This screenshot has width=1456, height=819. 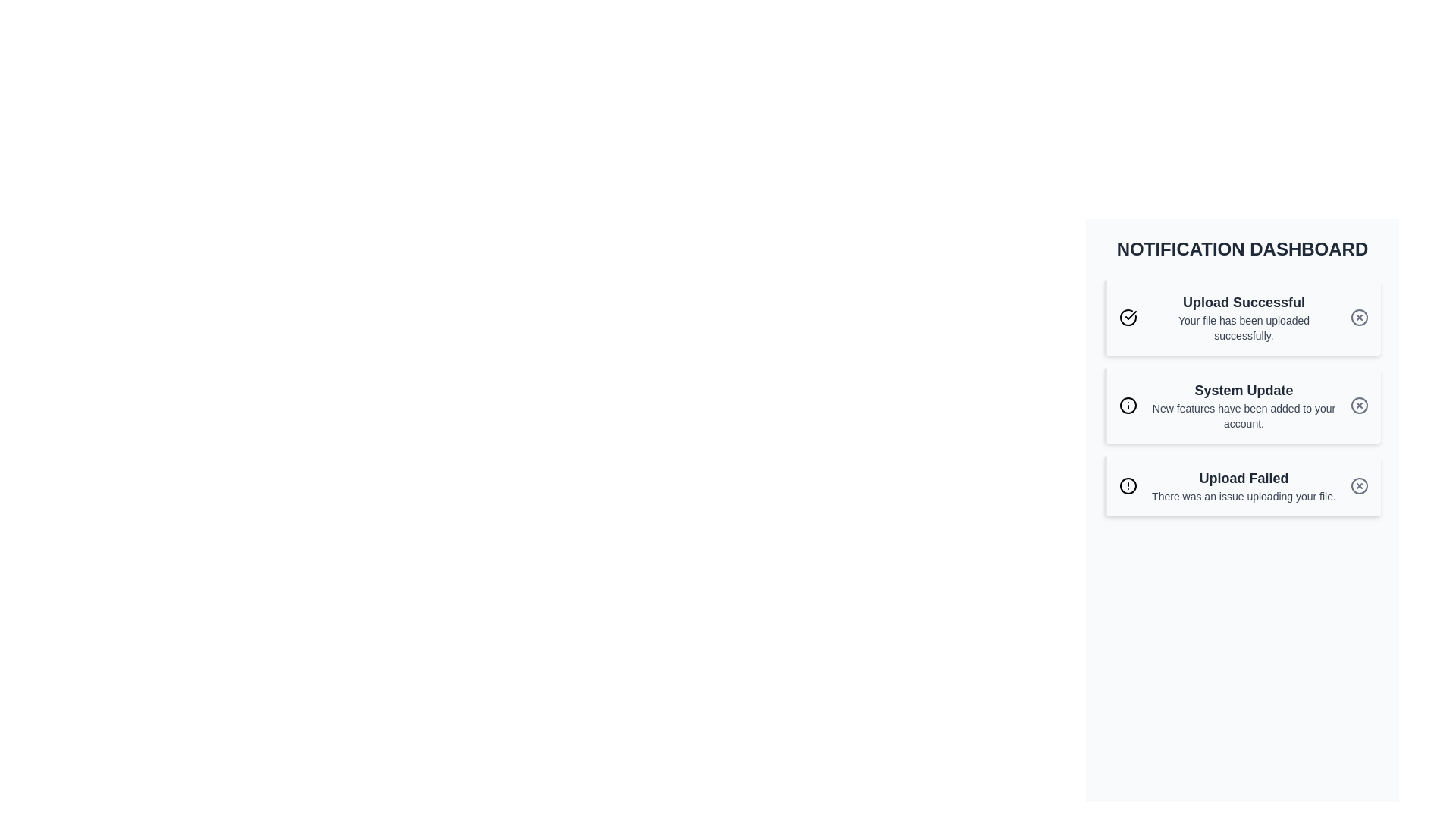 What do you see at coordinates (1131, 315) in the screenshot?
I see `the checkmark icon within the circular outline in the topmost notification card on the dashboard, adjacent to the text 'Upload Successful'` at bounding box center [1131, 315].